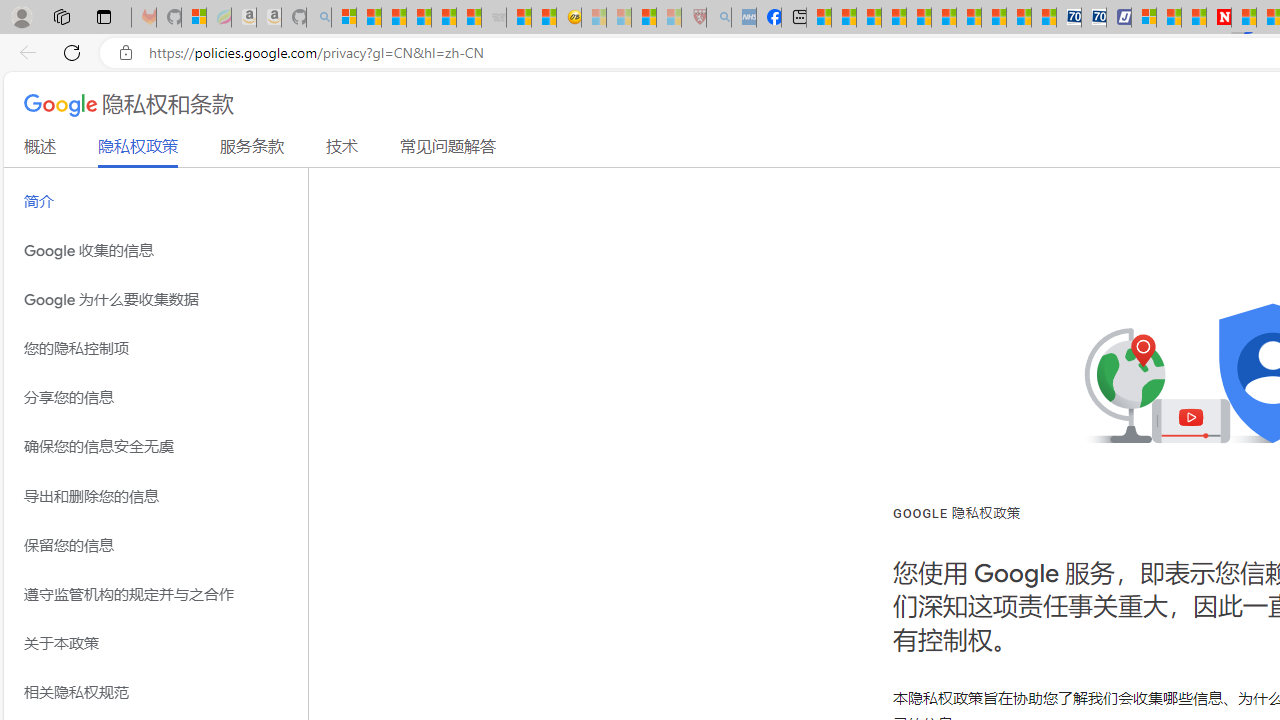 The width and height of the screenshot is (1280, 720). I want to click on 'Climate Damage Becomes Too Severe To Reverse', so click(893, 17).